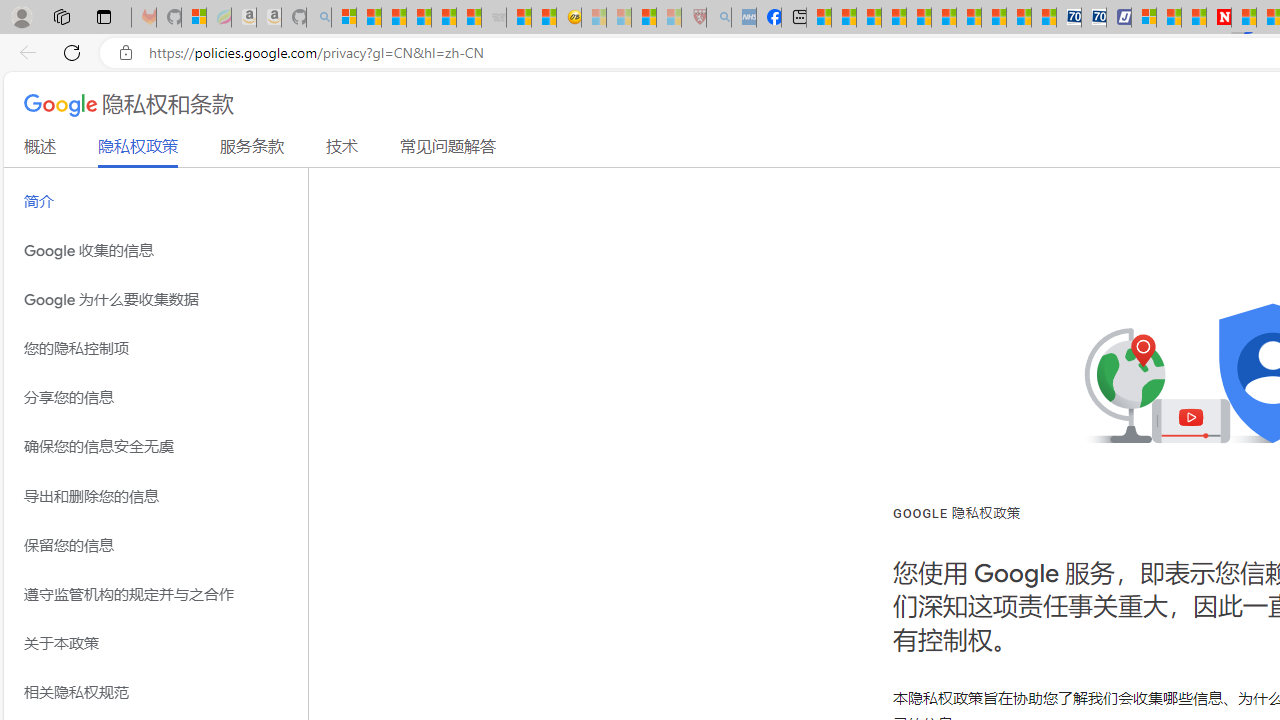 The width and height of the screenshot is (1280, 720). I want to click on 'Climate Damage Becomes Too Severe To Reverse', so click(893, 17).